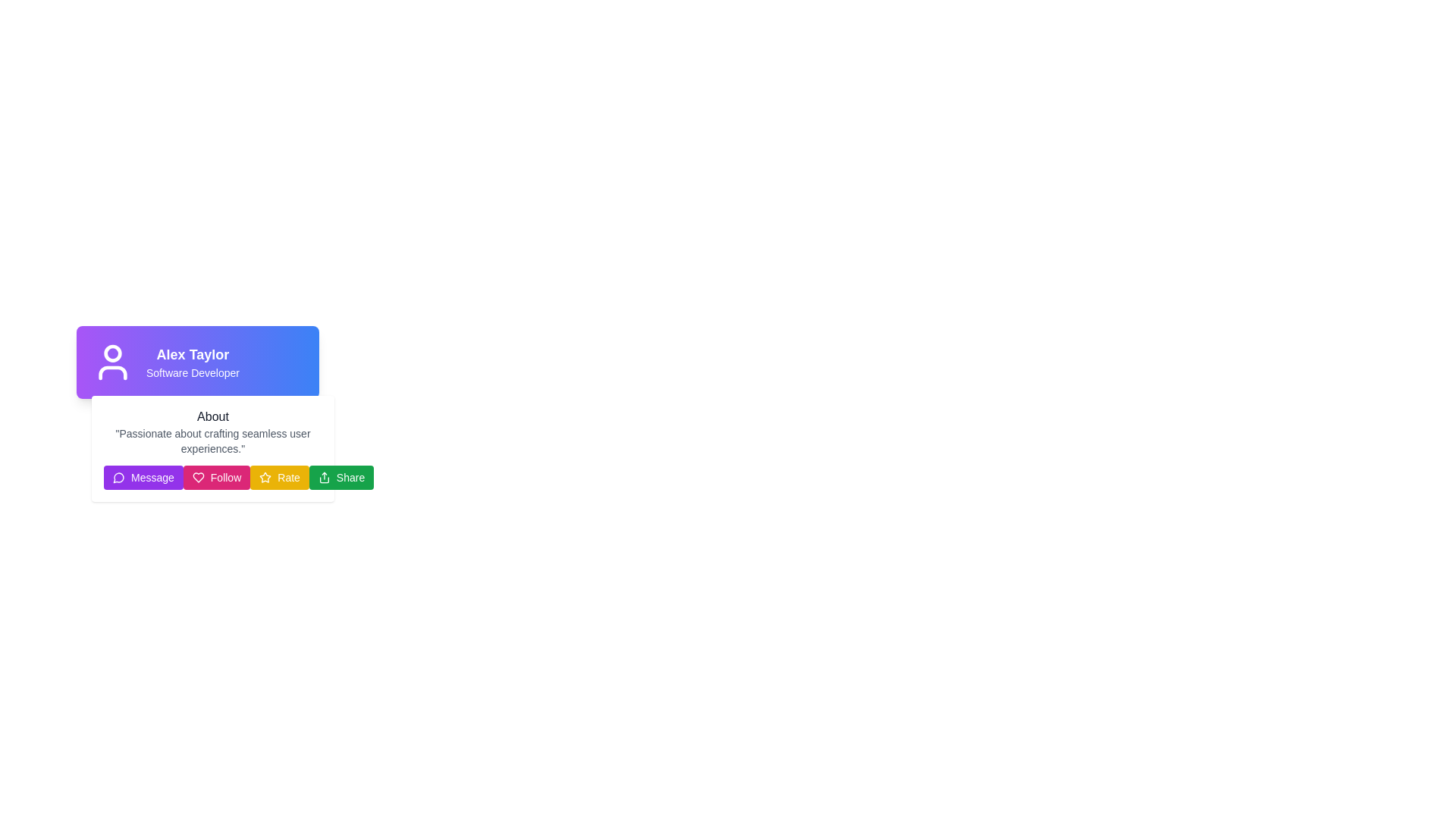 This screenshot has height=819, width=1456. What do you see at coordinates (111, 353) in the screenshot?
I see `the Circle SVG Graphic Element that is part of the user profile icon, which is located in the upper central area of the profile card for 'Alex Taylor.'` at bounding box center [111, 353].